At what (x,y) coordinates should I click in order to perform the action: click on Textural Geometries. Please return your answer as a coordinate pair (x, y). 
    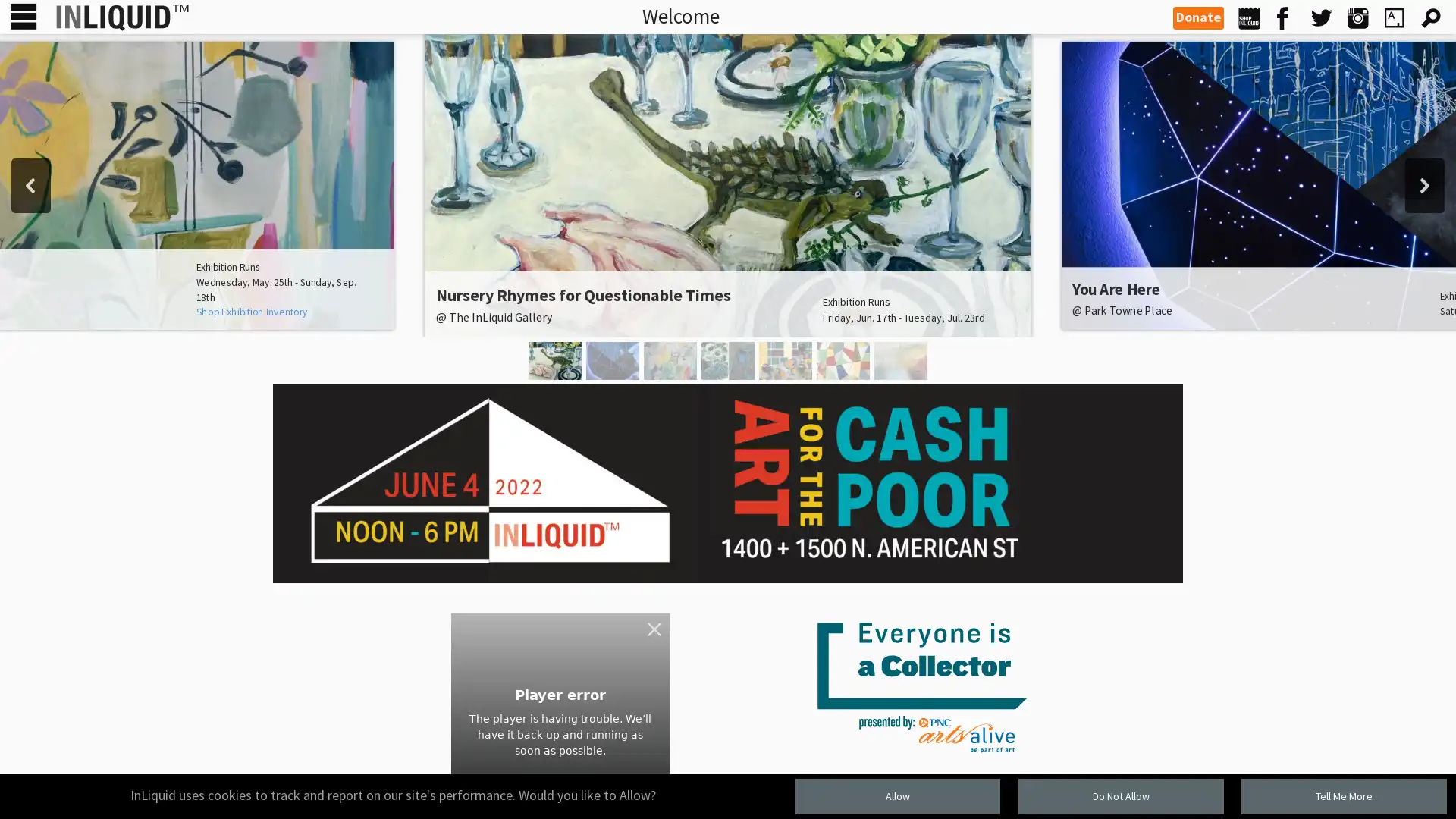
    Looking at the image, I should click on (728, 360).